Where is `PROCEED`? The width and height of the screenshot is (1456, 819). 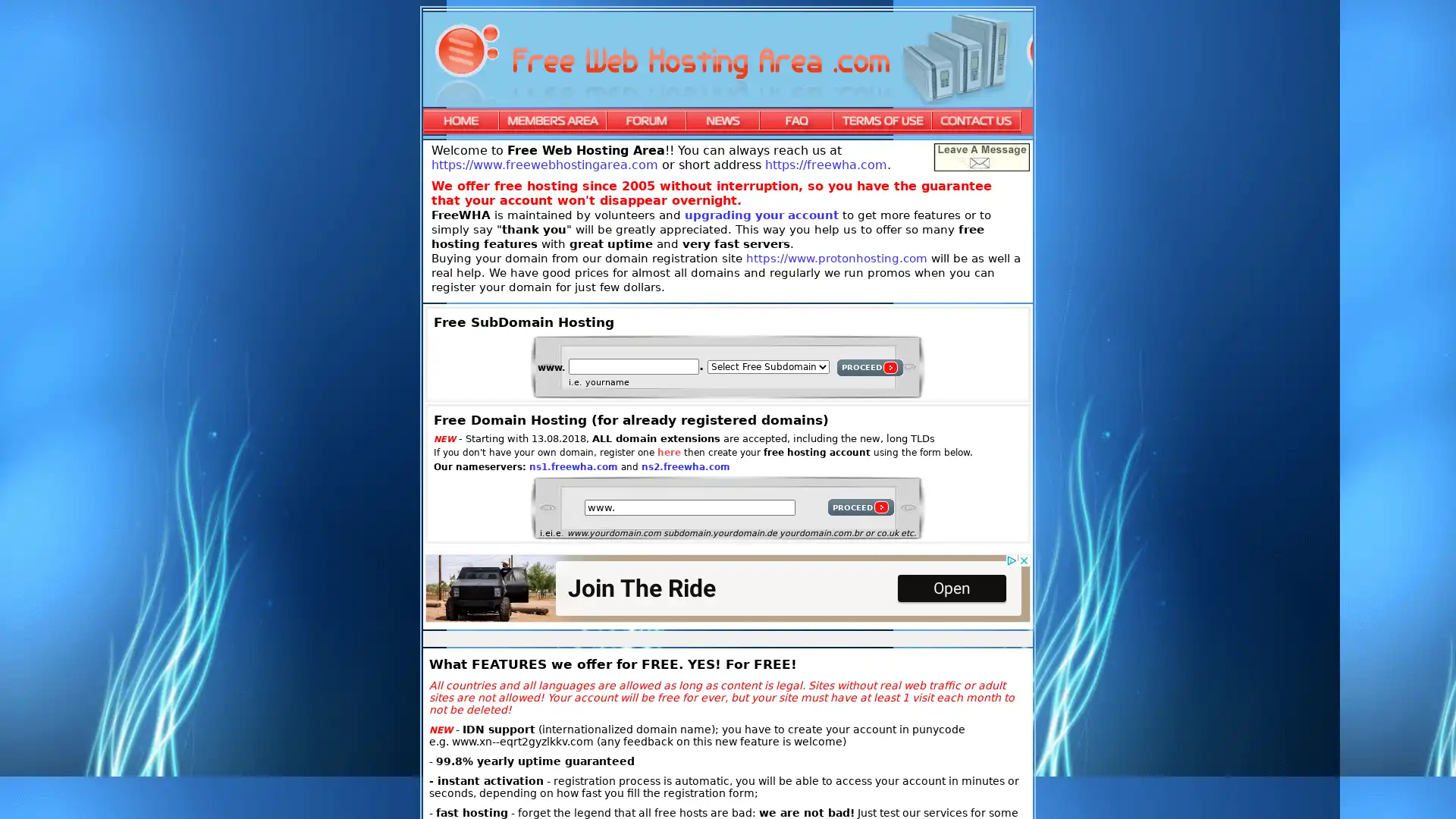
PROCEED is located at coordinates (870, 366).